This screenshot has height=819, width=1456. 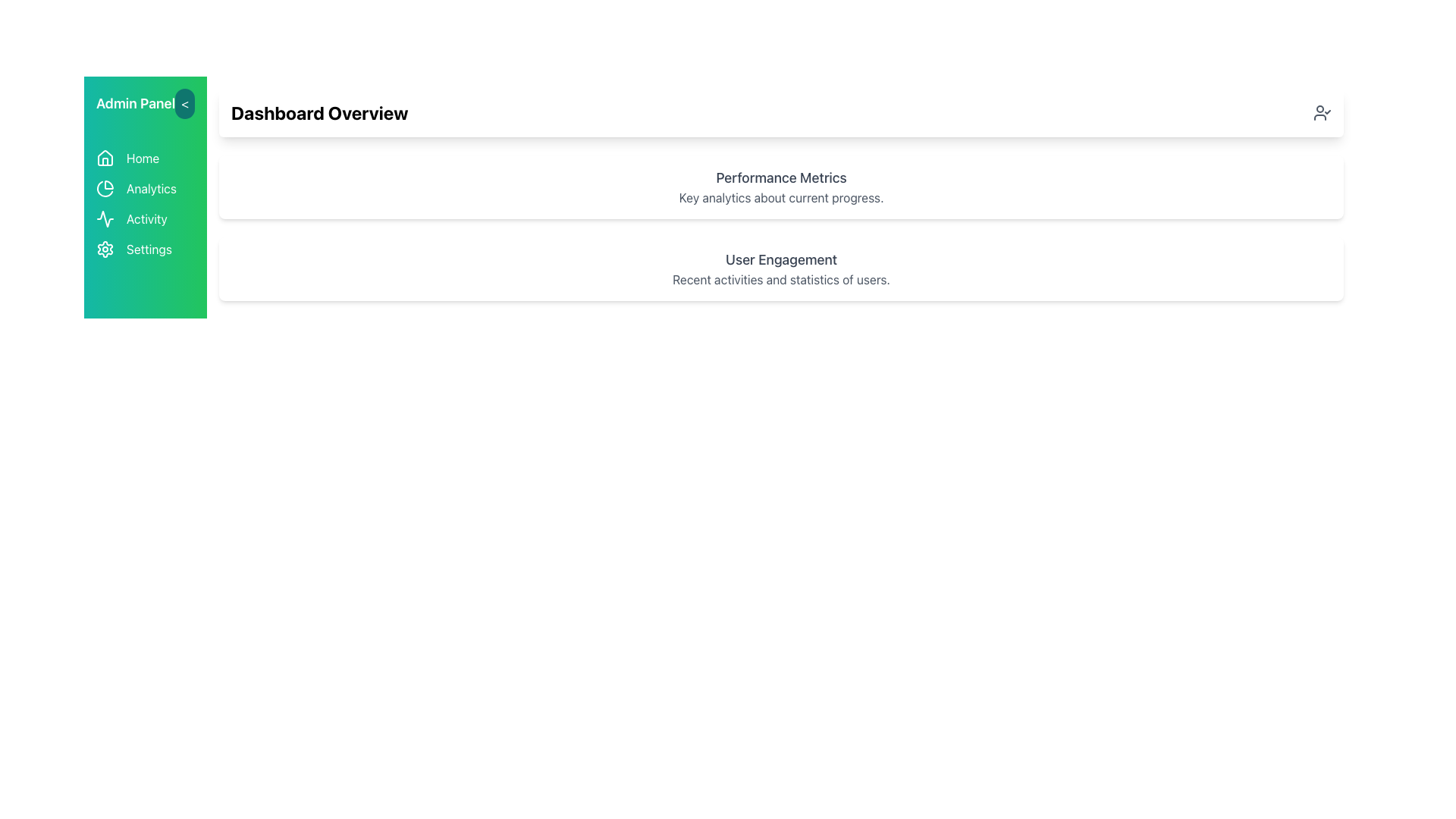 I want to click on the 'Home' icon in the vertical sidebar menu, which visually represents the current active section of the application, so click(x=105, y=158).